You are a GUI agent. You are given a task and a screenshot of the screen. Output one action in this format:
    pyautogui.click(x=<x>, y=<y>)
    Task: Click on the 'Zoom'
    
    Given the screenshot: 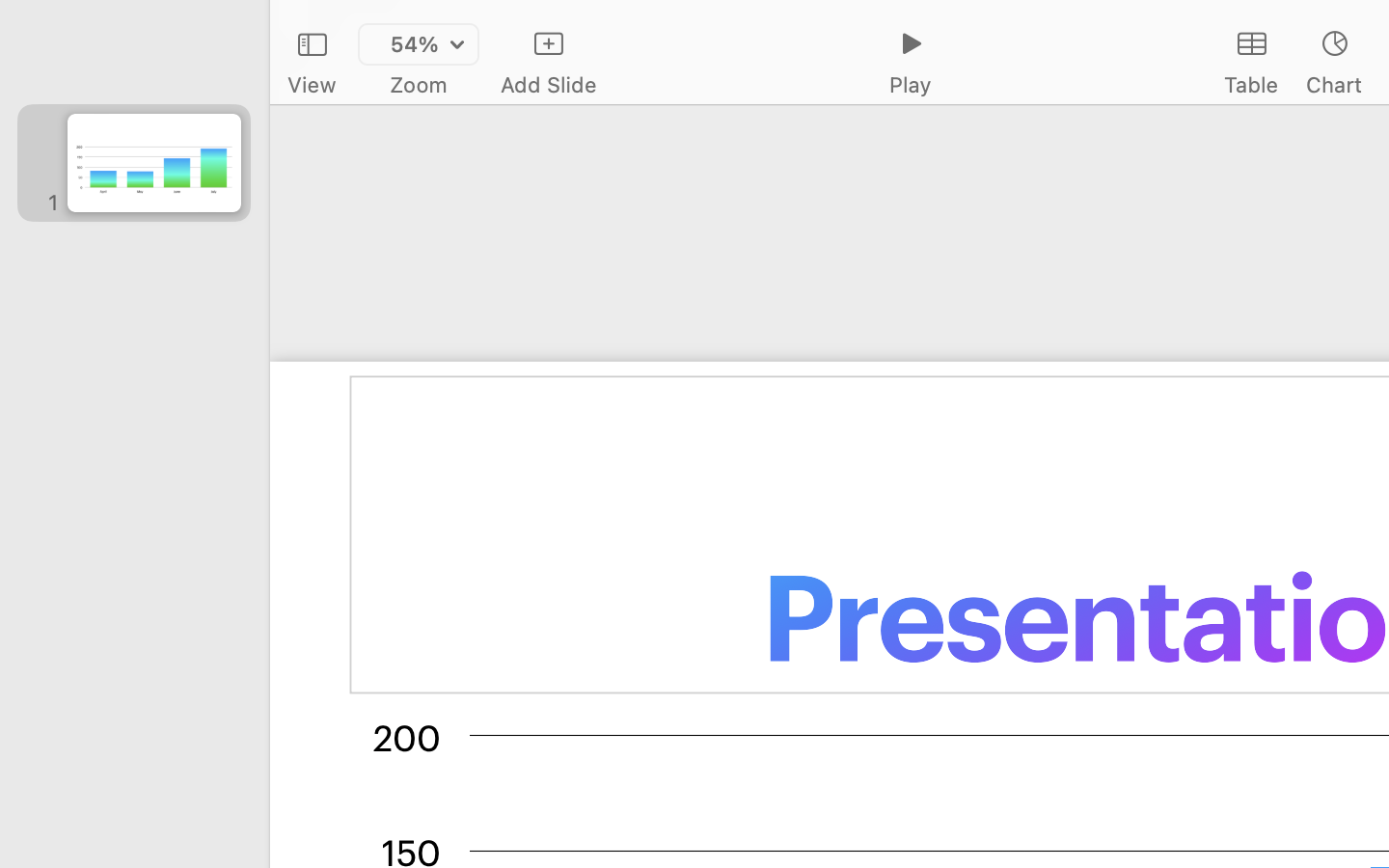 What is the action you would take?
    pyautogui.click(x=419, y=84)
    